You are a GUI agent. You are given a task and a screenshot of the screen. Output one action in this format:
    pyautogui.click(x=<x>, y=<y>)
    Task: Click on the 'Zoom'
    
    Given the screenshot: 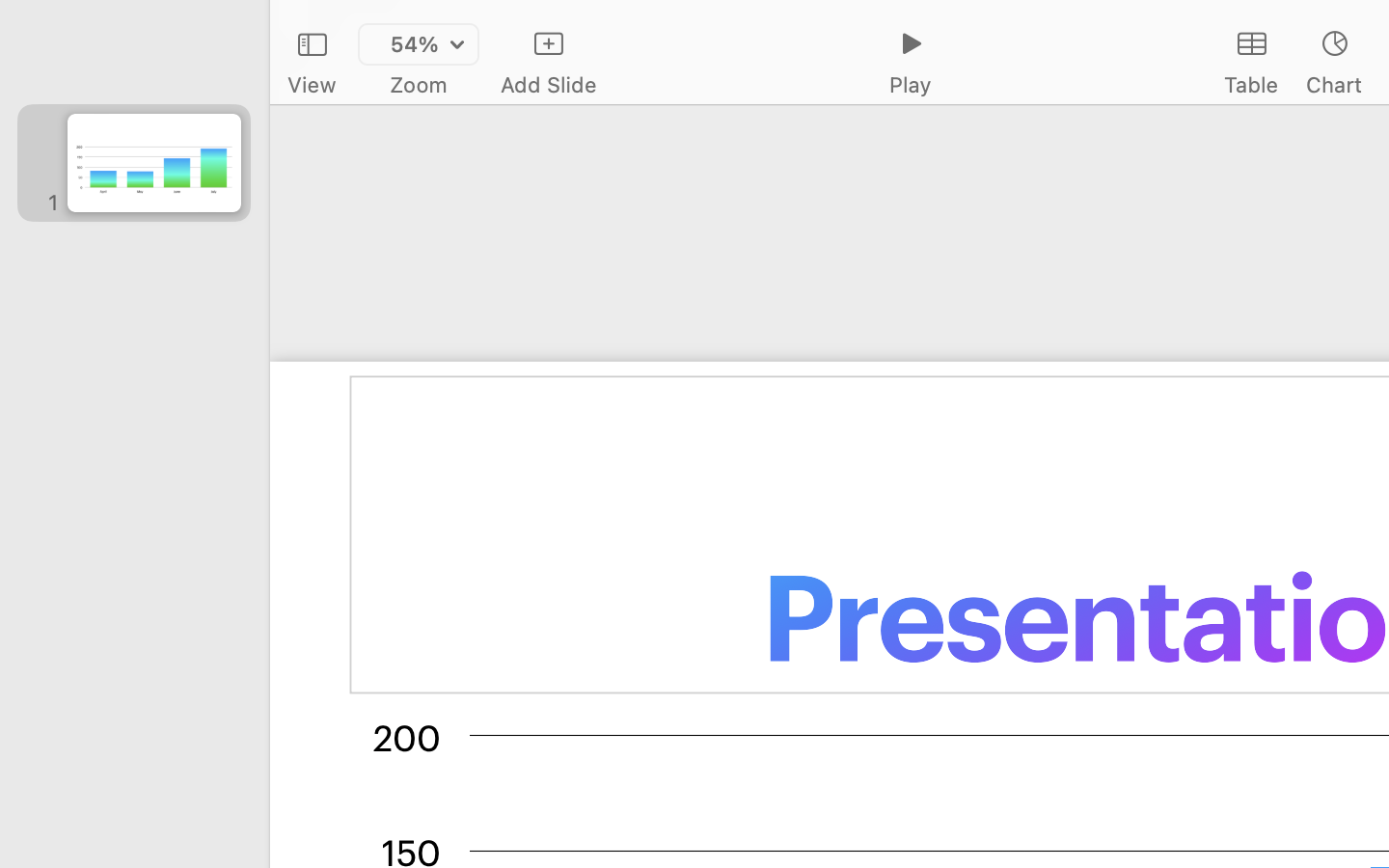 What is the action you would take?
    pyautogui.click(x=419, y=84)
    